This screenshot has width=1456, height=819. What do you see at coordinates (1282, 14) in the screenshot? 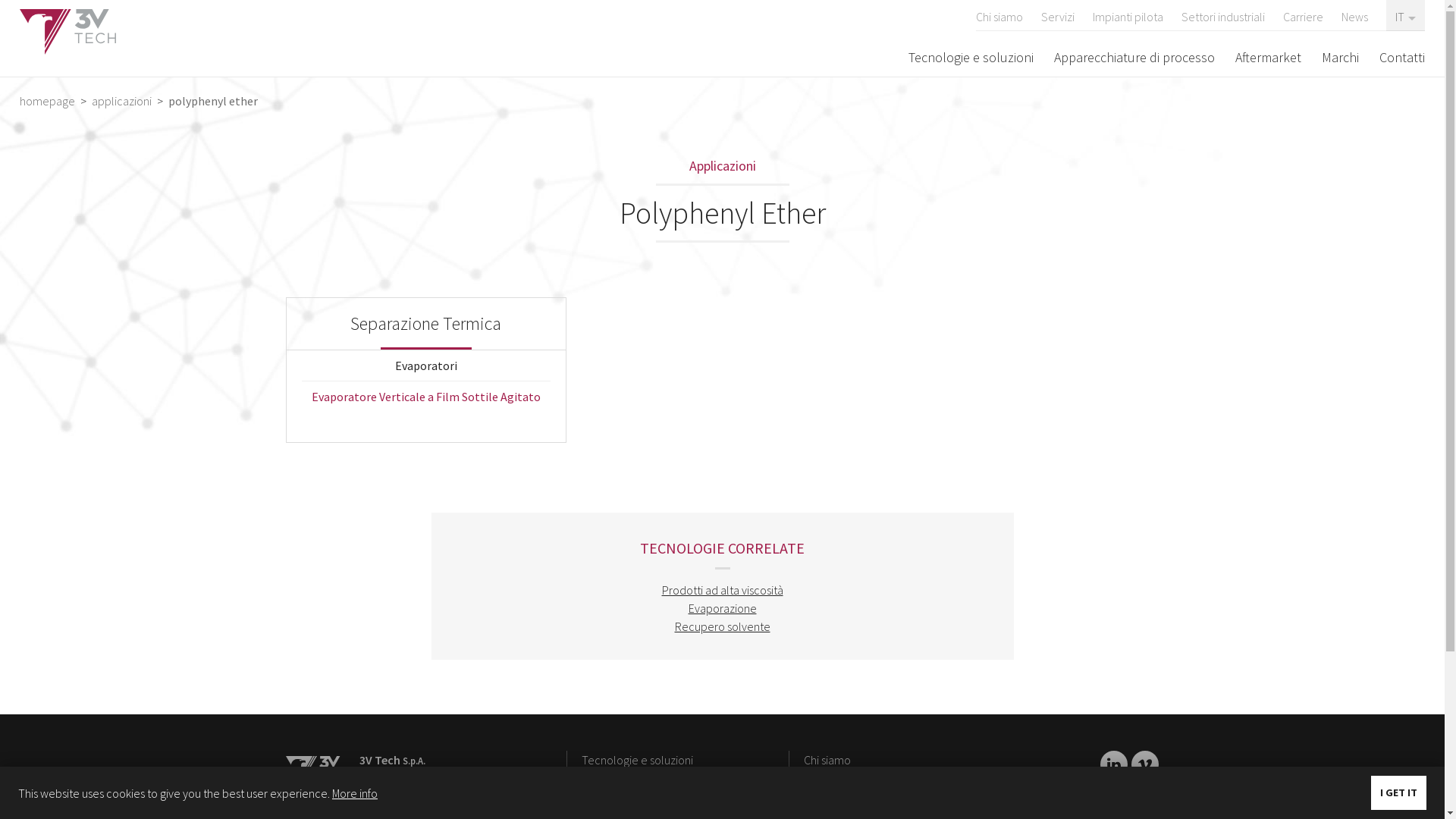
I see `'Carriere'` at bounding box center [1282, 14].